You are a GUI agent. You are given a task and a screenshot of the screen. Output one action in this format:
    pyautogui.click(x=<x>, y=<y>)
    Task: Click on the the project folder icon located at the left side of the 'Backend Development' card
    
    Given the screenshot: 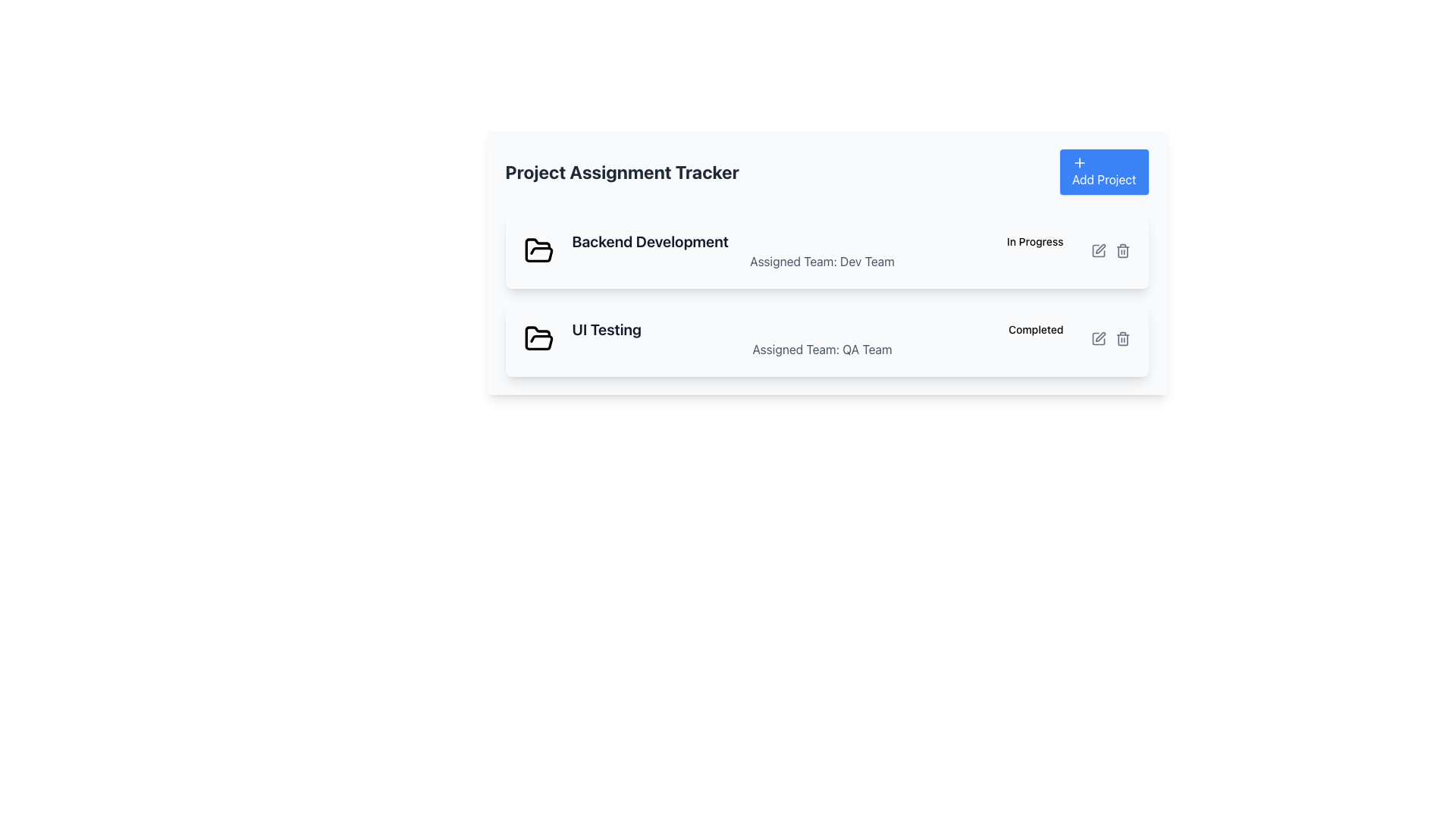 What is the action you would take?
    pyautogui.click(x=538, y=250)
    